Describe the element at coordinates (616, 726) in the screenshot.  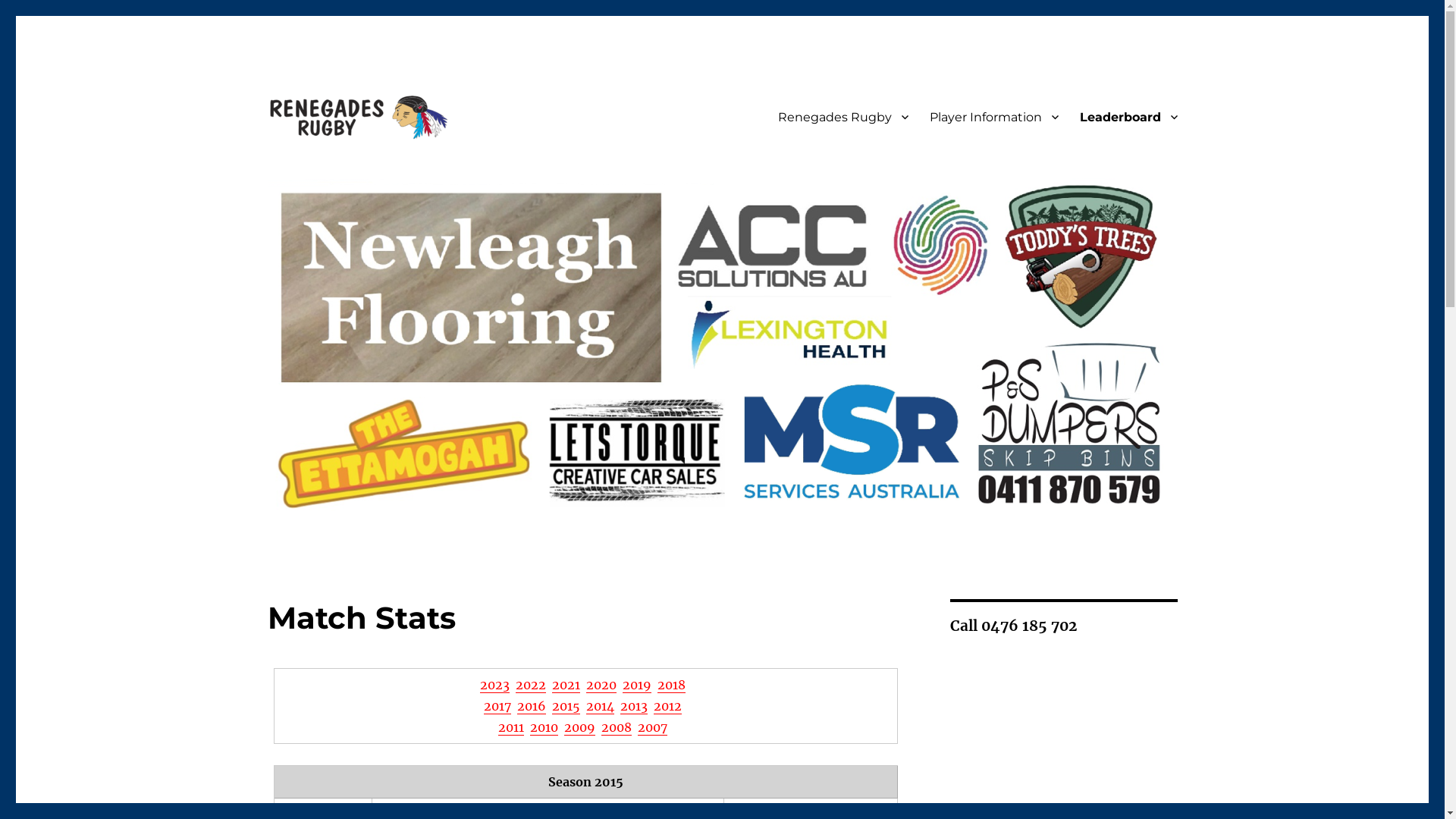
I see `'2008'` at that location.